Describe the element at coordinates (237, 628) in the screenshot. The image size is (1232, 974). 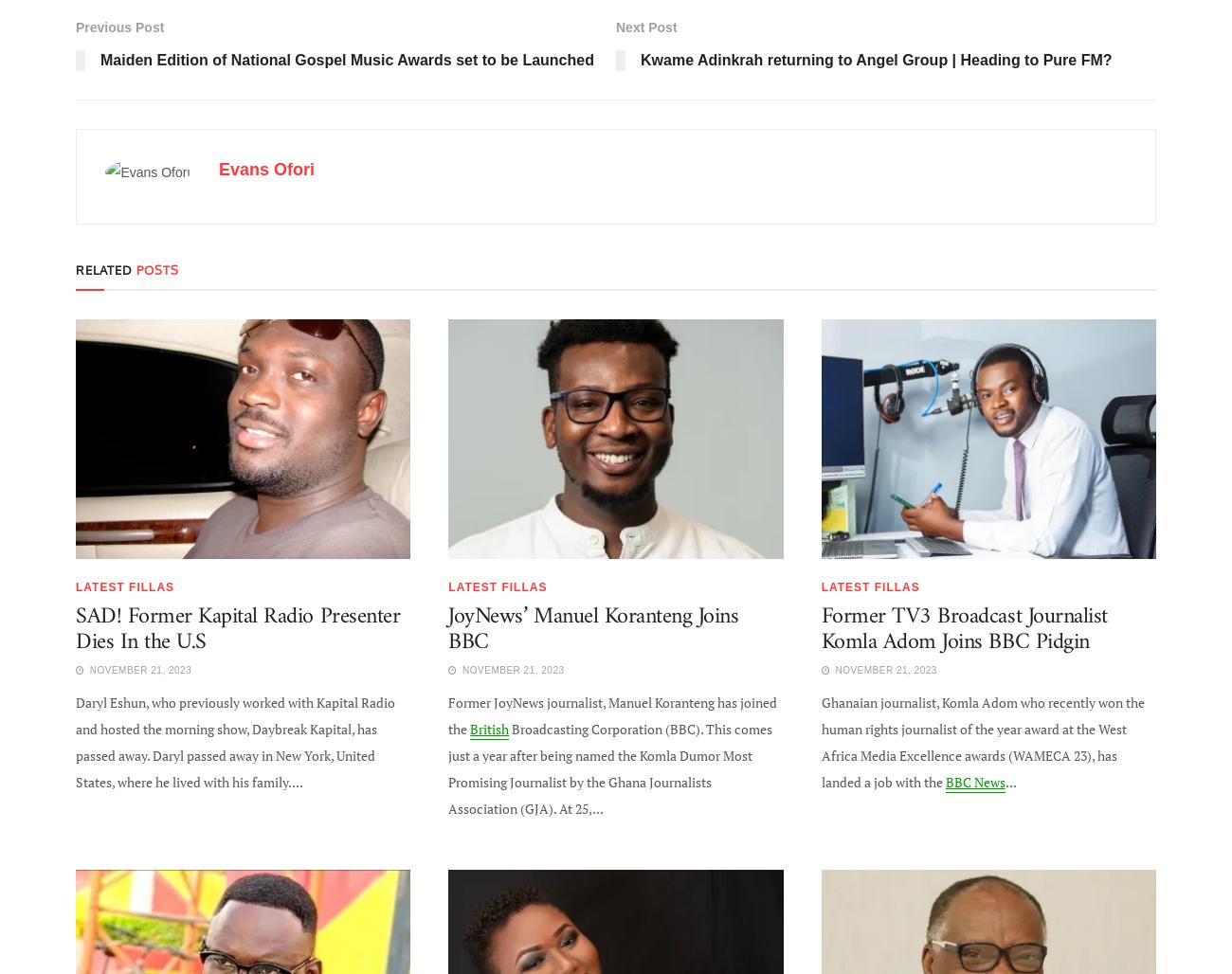
I see `'SAD! Former Kapital Radio Presenter Dies In the U.S'` at that location.